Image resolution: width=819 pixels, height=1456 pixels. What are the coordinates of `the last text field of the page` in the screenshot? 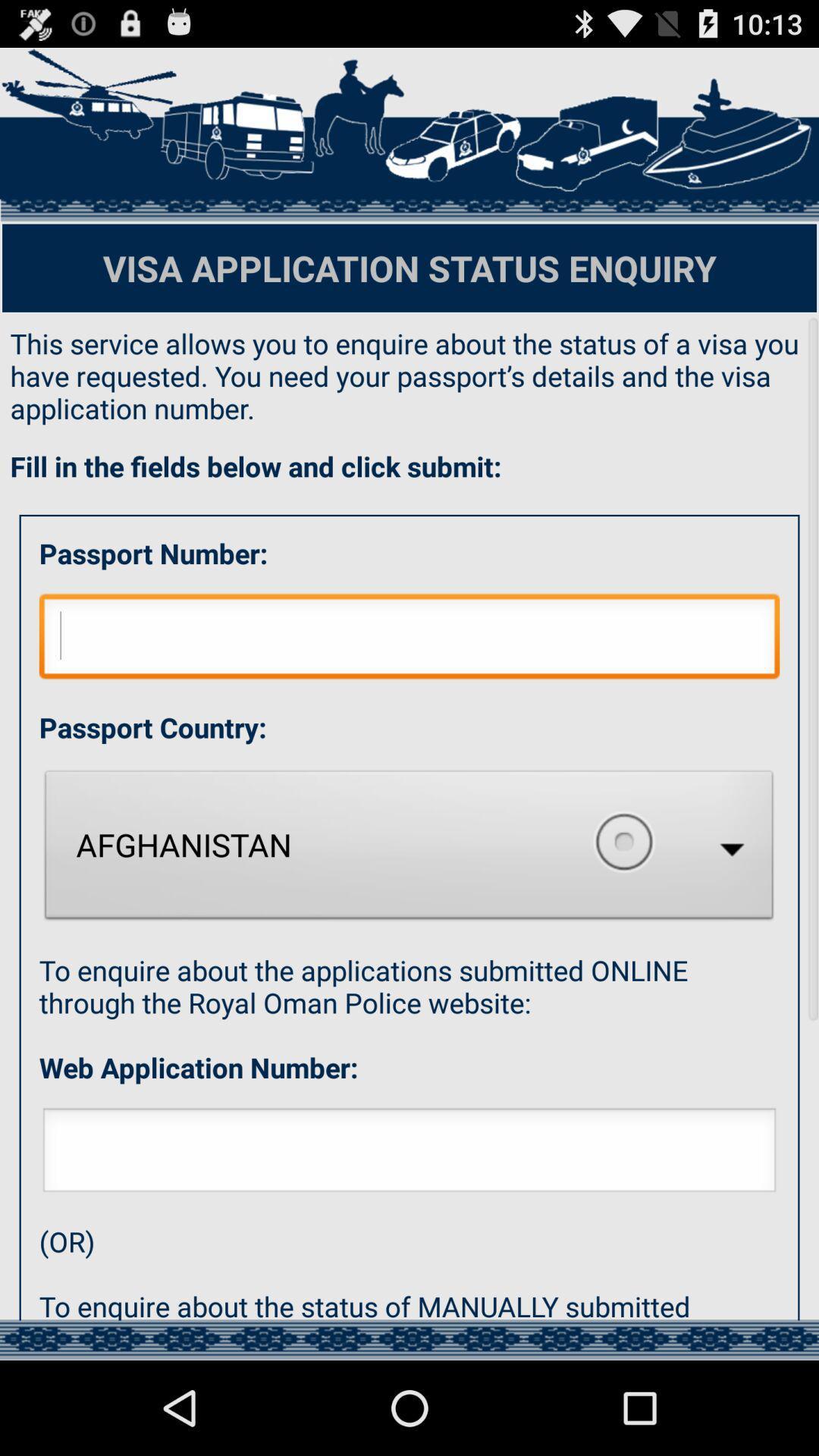 It's located at (409, 1153).